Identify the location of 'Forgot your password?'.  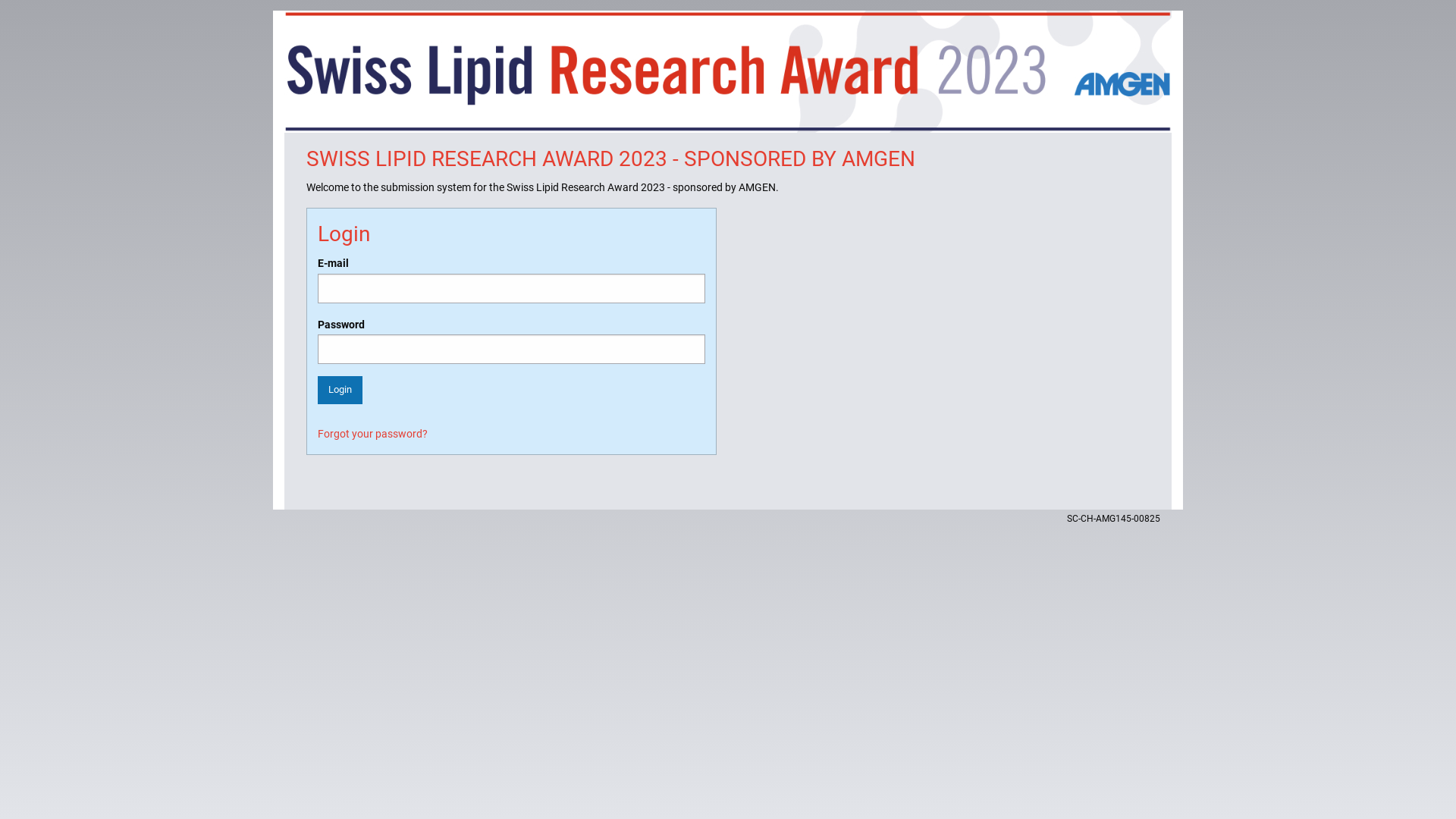
(372, 434).